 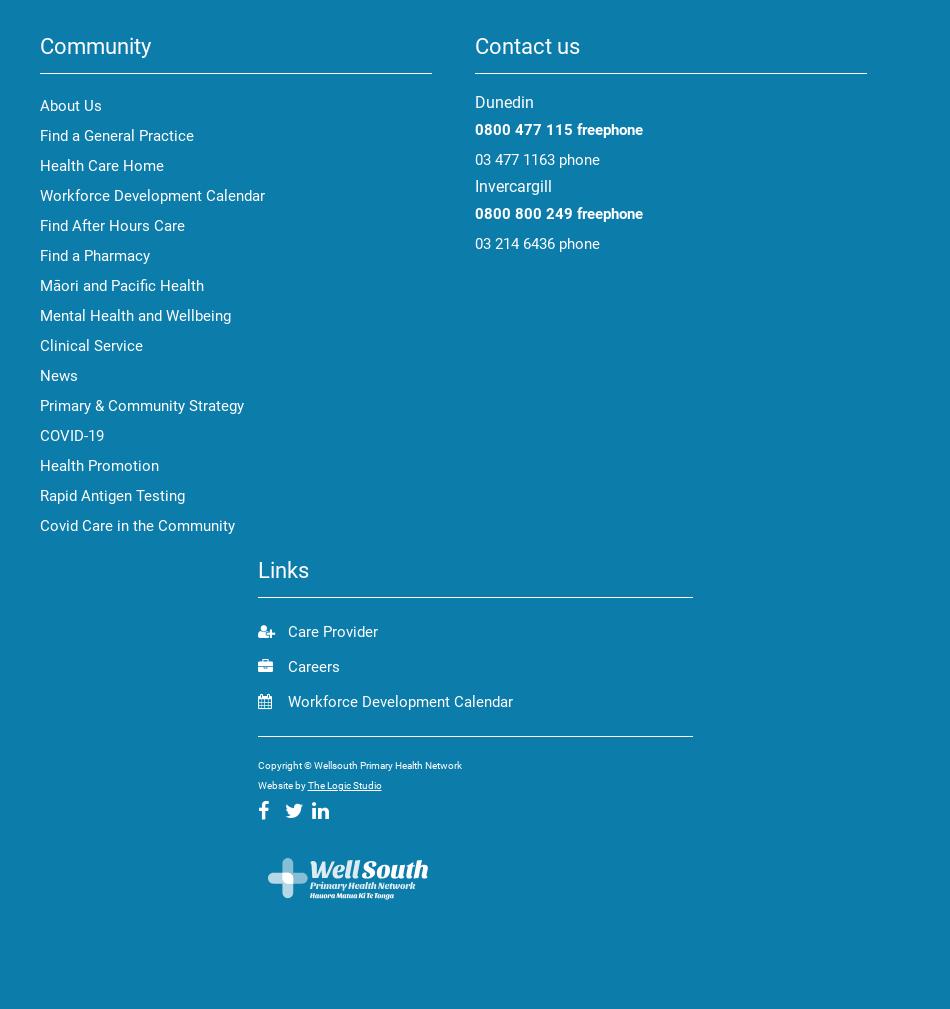 I want to click on 'Health Promotion', so click(x=99, y=464).